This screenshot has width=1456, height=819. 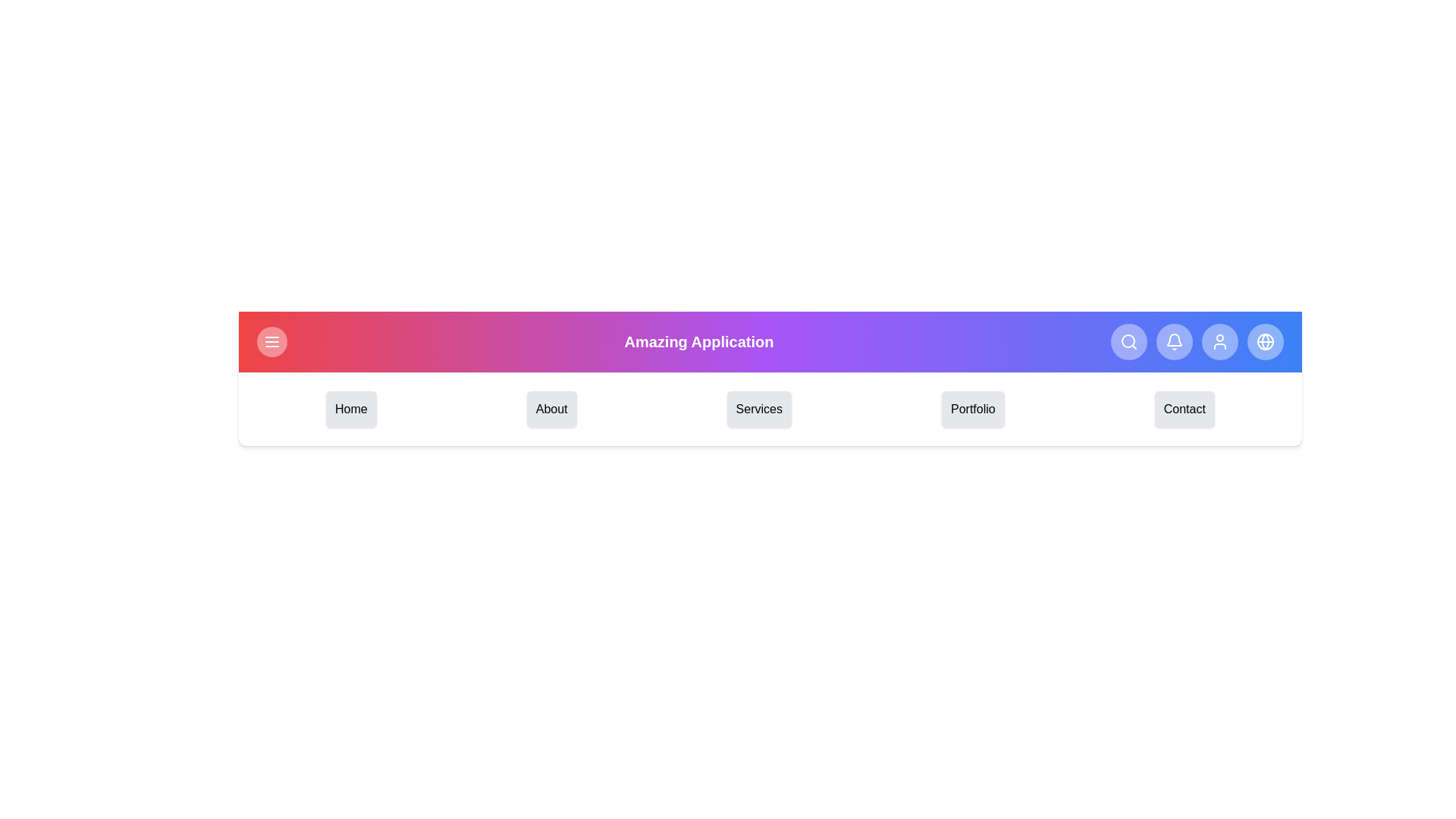 I want to click on the menu item Services from the navigation bar, so click(x=759, y=409).